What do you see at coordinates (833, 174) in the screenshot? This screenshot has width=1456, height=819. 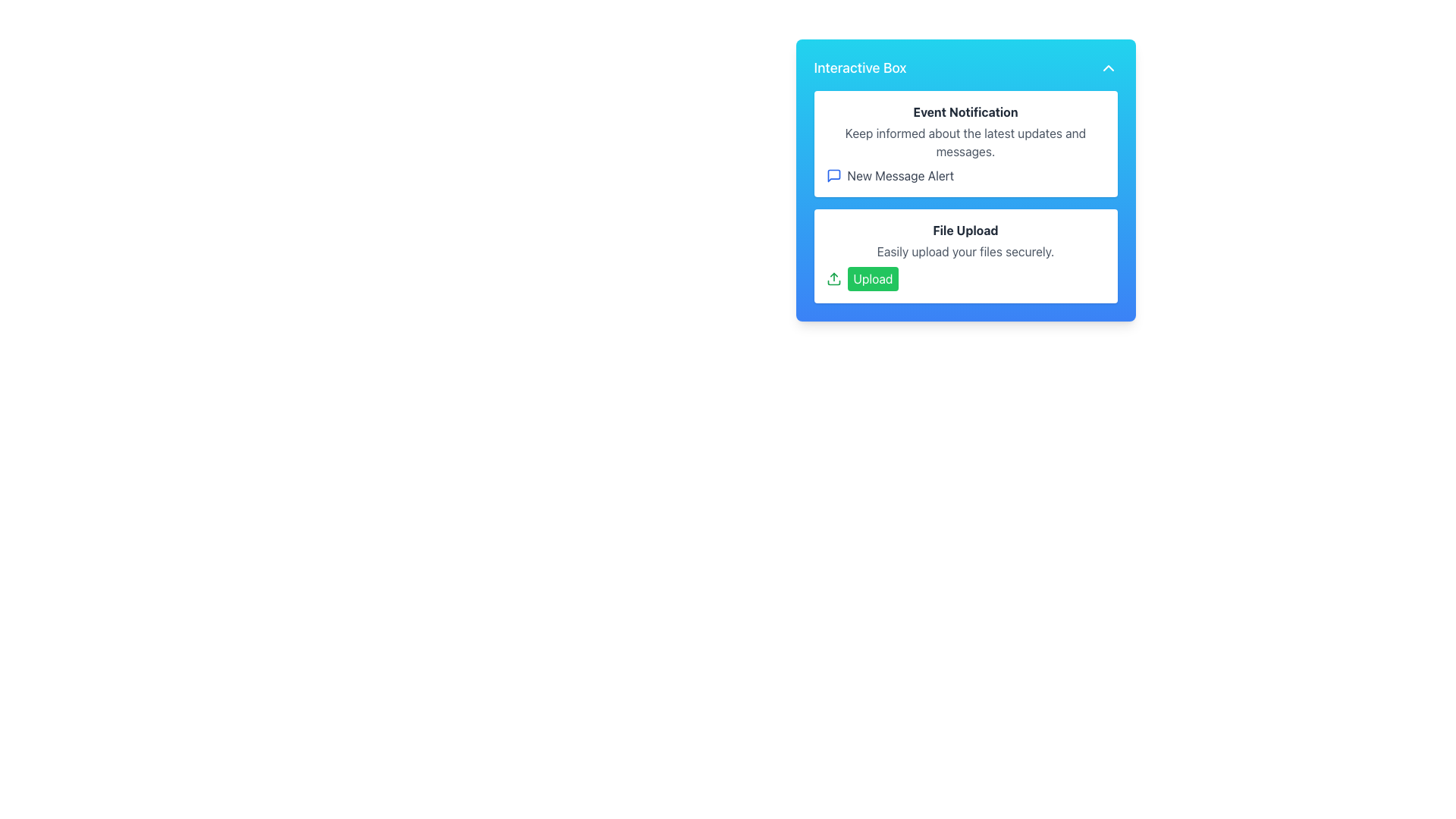 I see `the 'New Message Alert' SVG Icon located to the left of the alert text in the 'Interactive Box' interface` at bounding box center [833, 174].